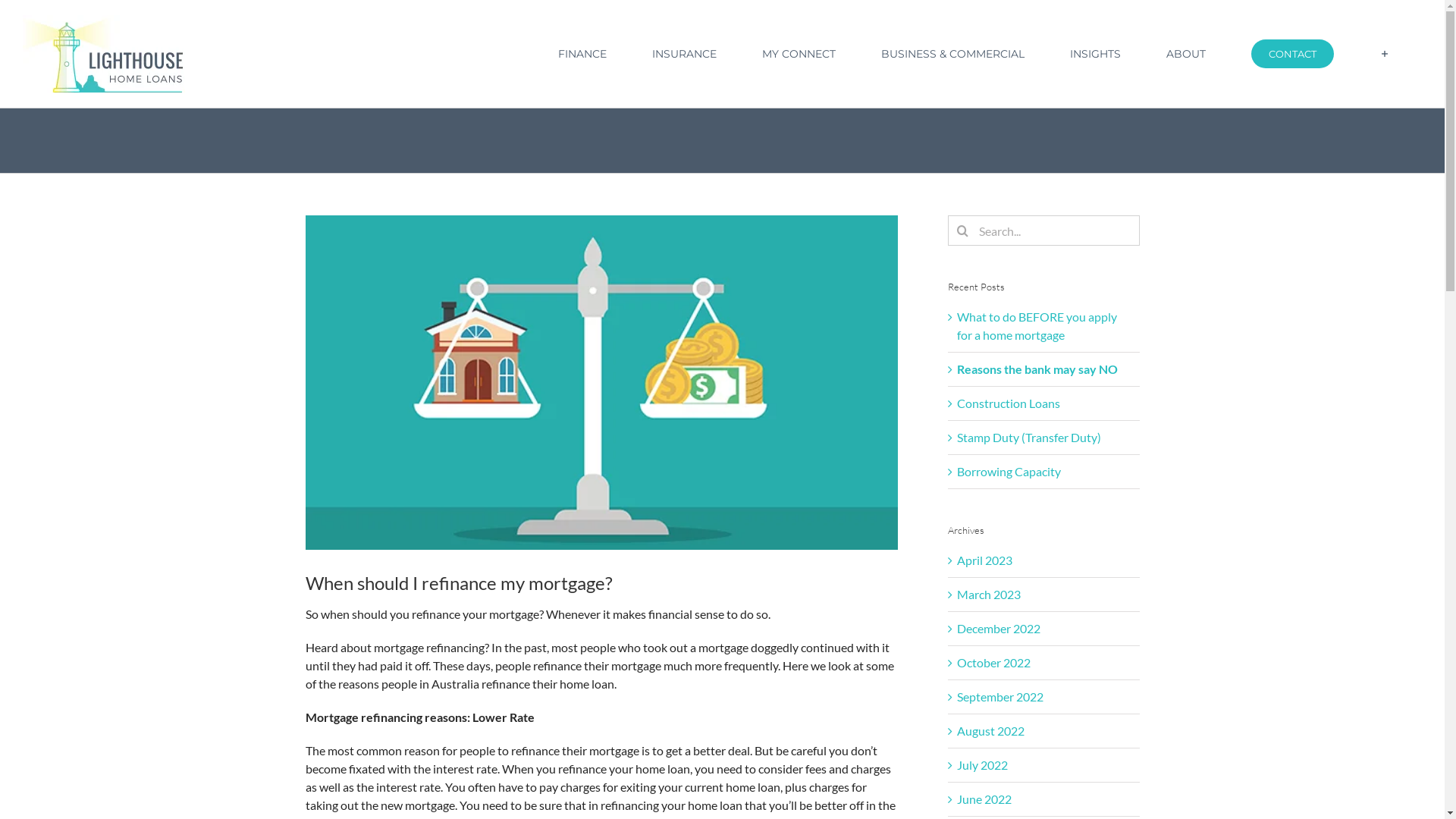  What do you see at coordinates (956, 560) in the screenshot?
I see `'April 2023'` at bounding box center [956, 560].